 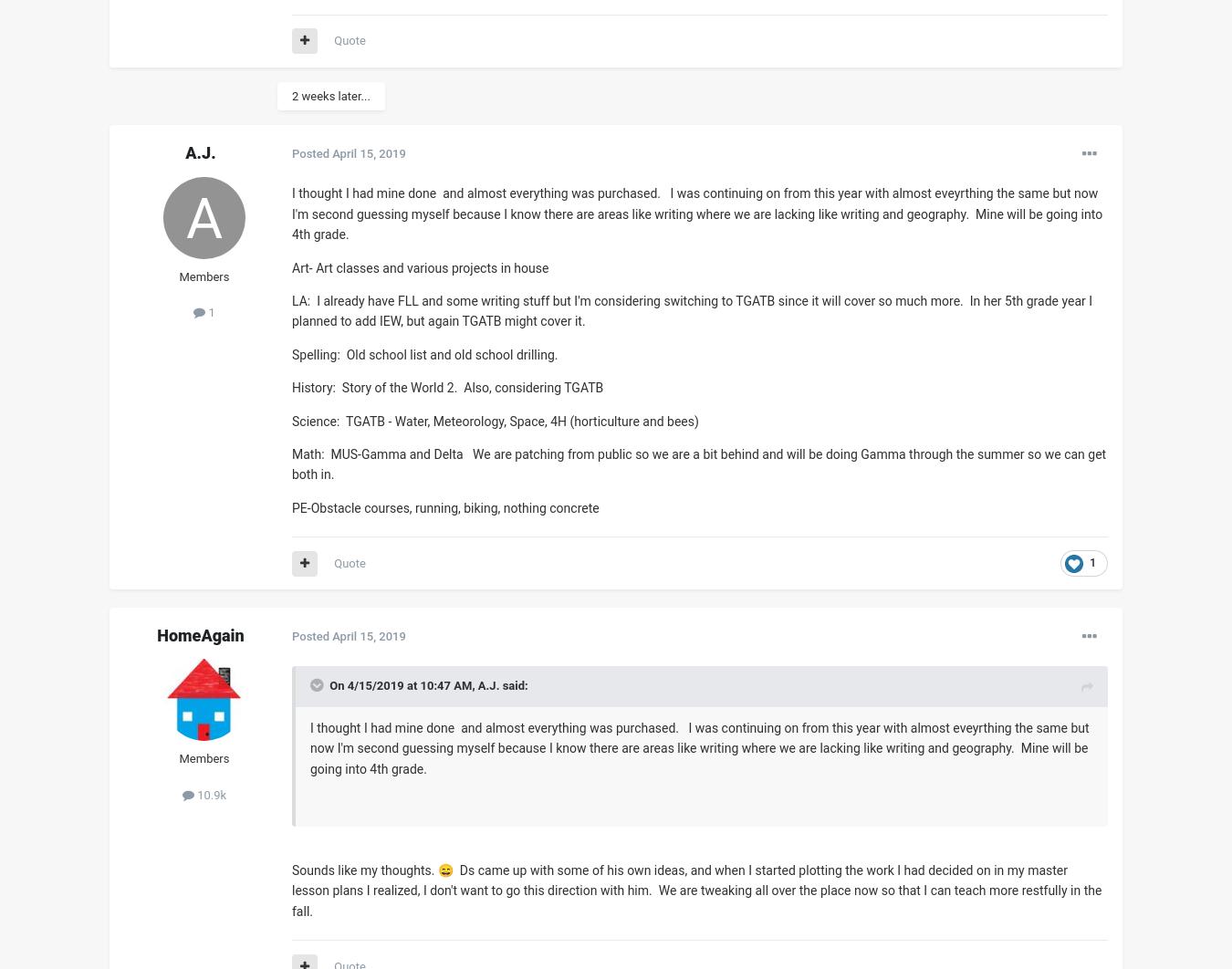 What do you see at coordinates (290, 387) in the screenshot?
I see `'History:  Story of the World 2.  Also, considering TGATB'` at bounding box center [290, 387].